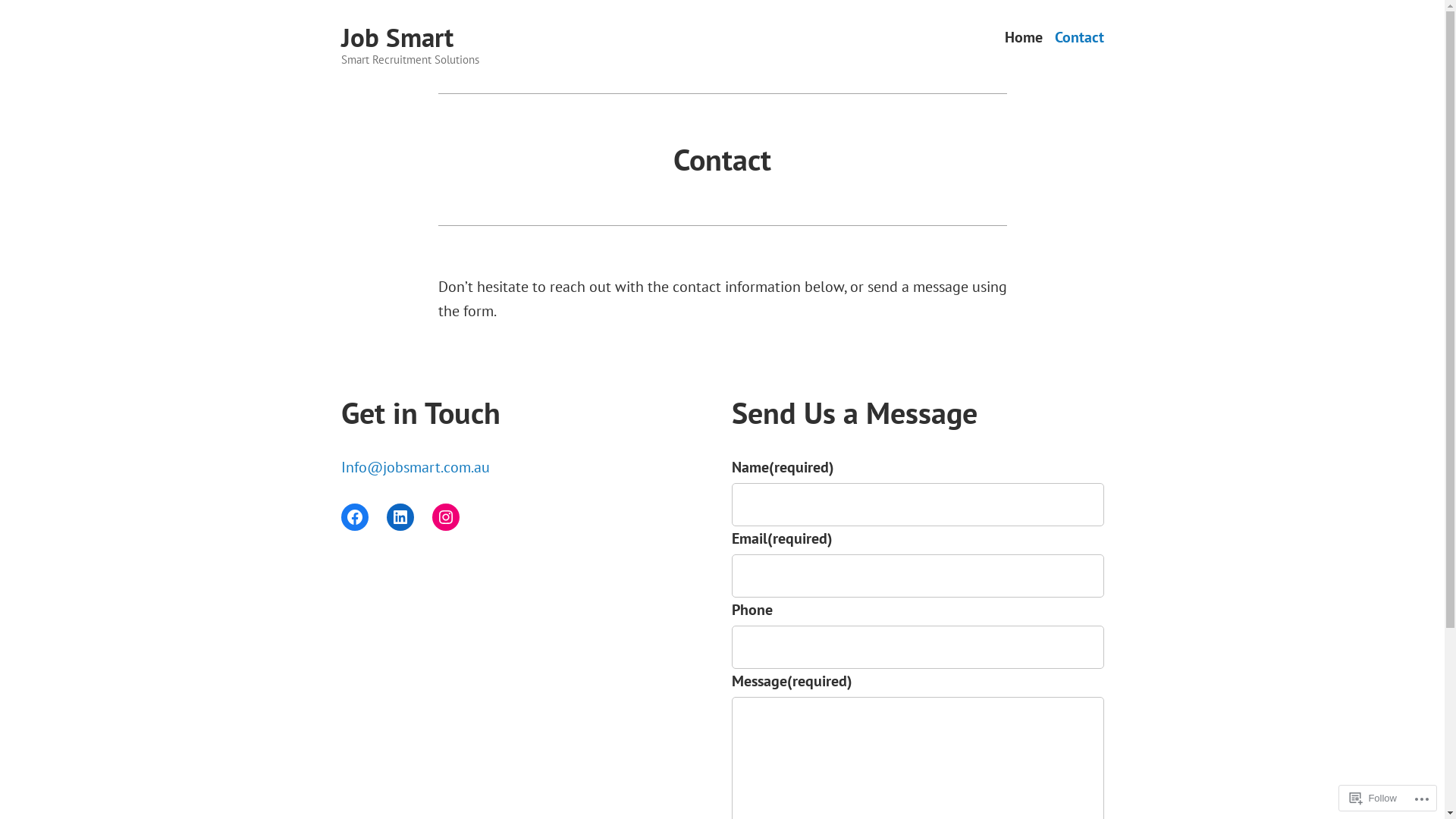 The height and width of the screenshot is (819, 1456). What do you see at coordinates (1022, 36) in the screenshot?
I see `'Home'` at bounding box center [1022, 36].